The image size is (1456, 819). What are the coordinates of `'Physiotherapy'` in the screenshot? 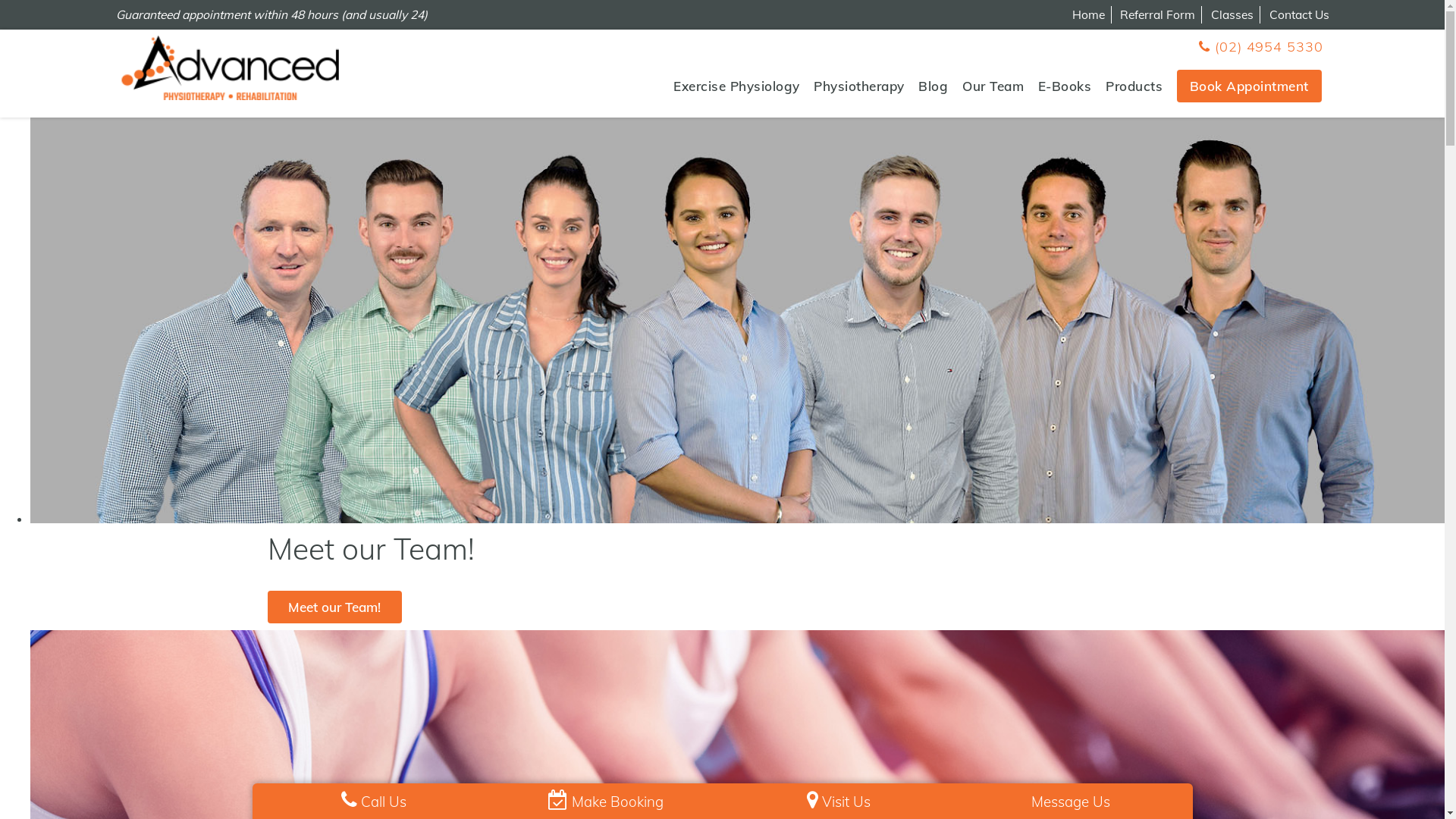 It's located at (858, 86).